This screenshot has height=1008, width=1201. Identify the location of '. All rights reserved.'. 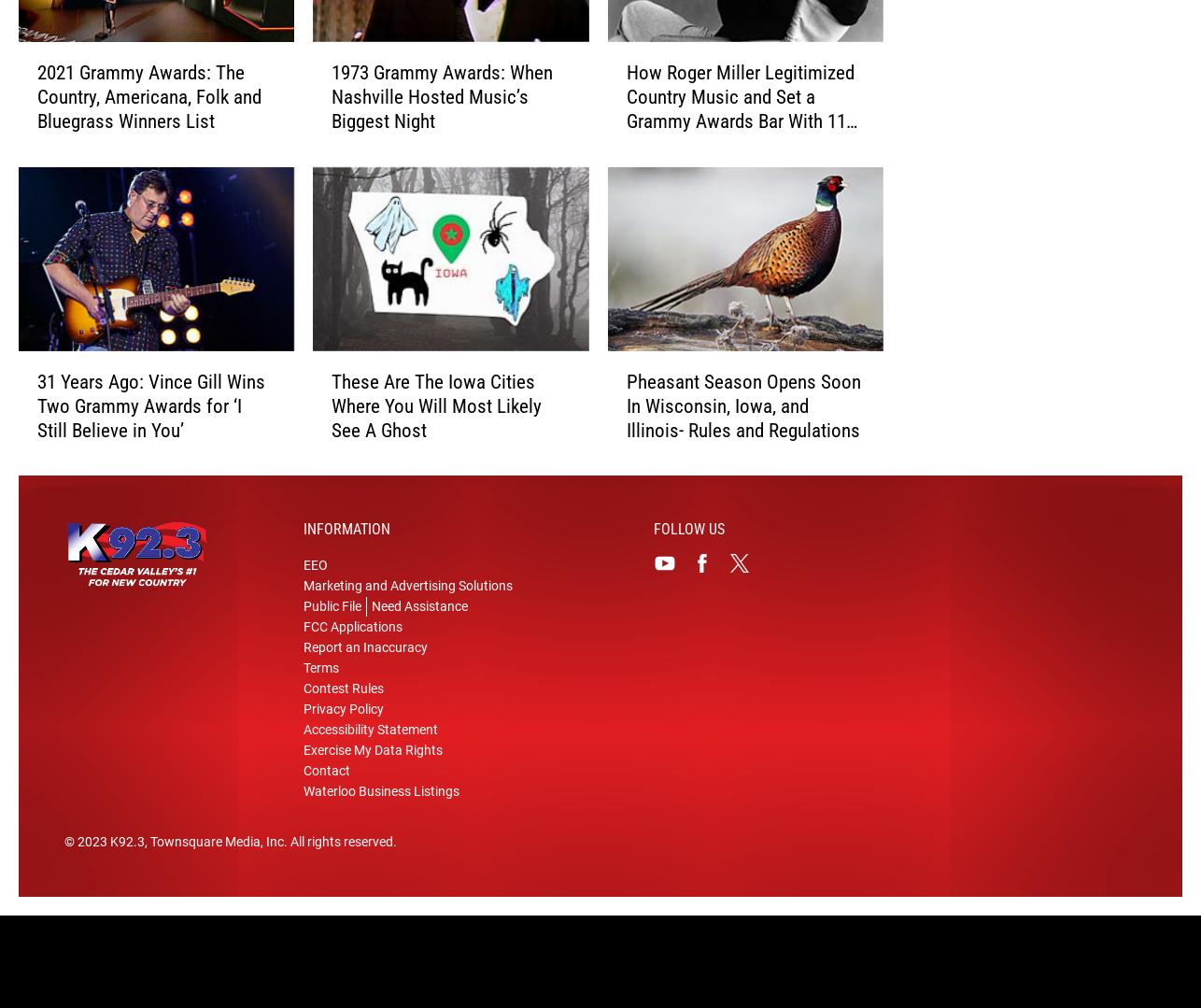
(339, 872).